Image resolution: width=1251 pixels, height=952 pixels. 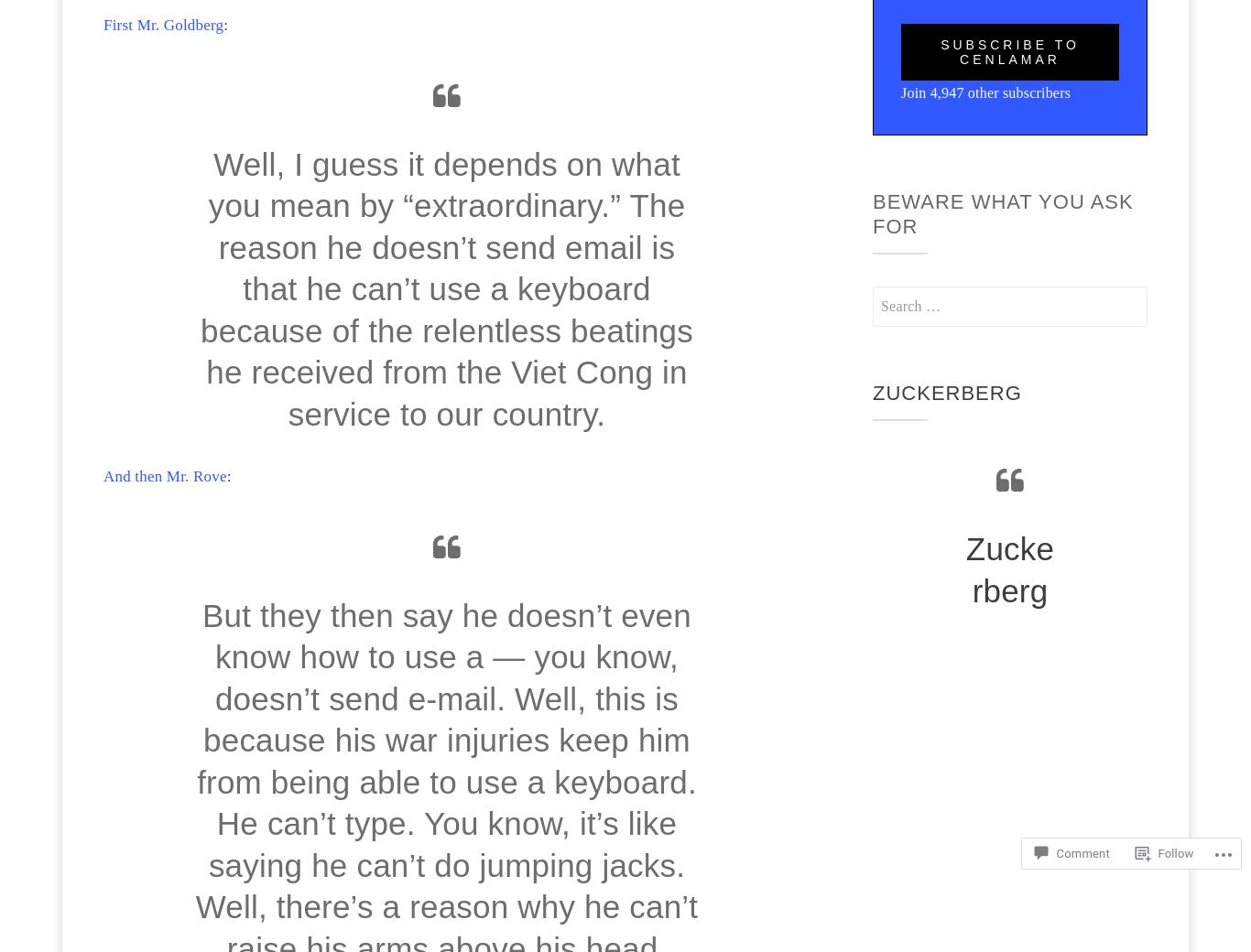 I want to click on 'And then Mr. Rove', so click(x=164, y=476).